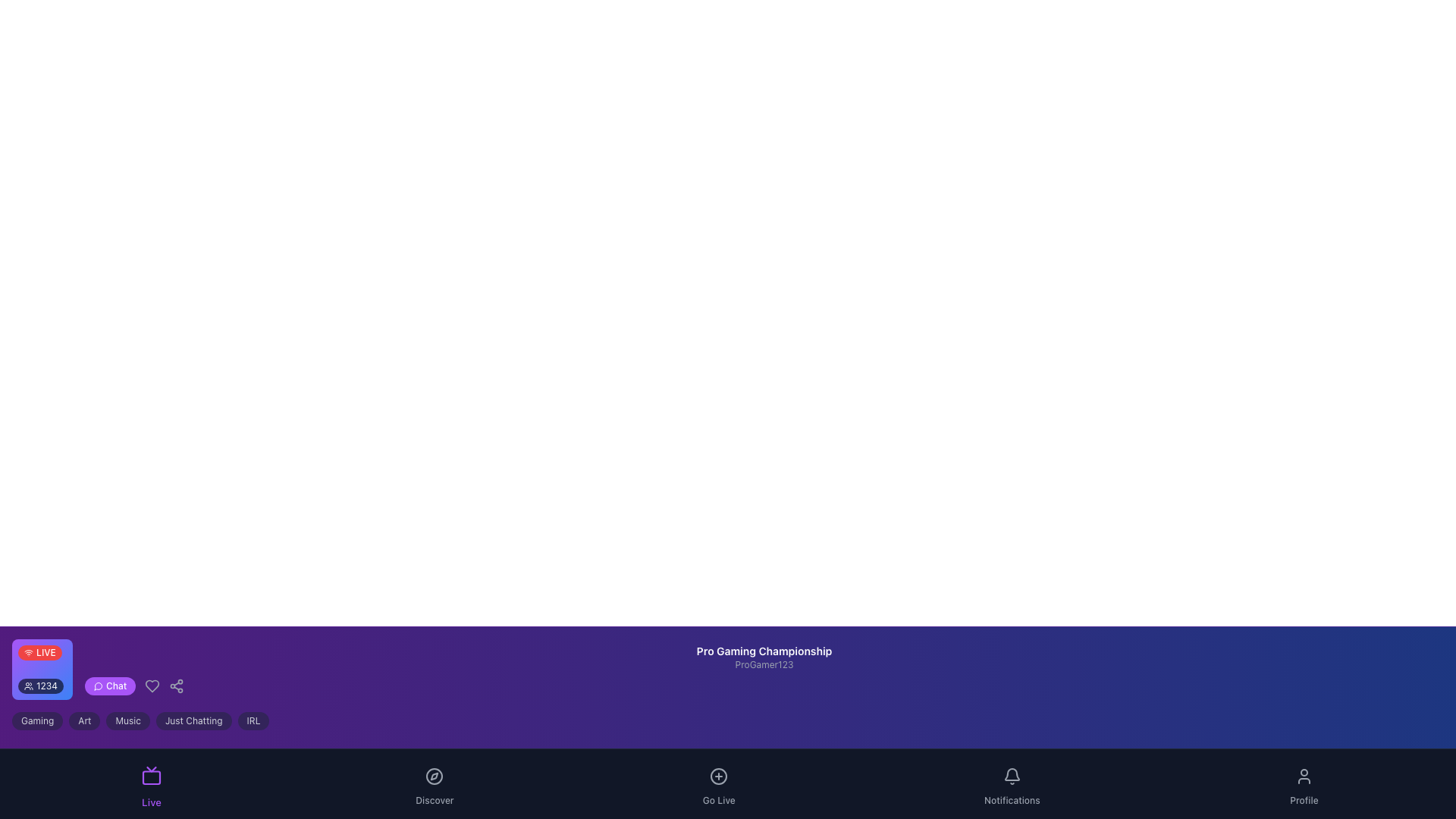  I want to click on the 'Add or Create Action' icon located in the bottom navigation bar, directly above the 'Go Live' label, so click(718, 776).